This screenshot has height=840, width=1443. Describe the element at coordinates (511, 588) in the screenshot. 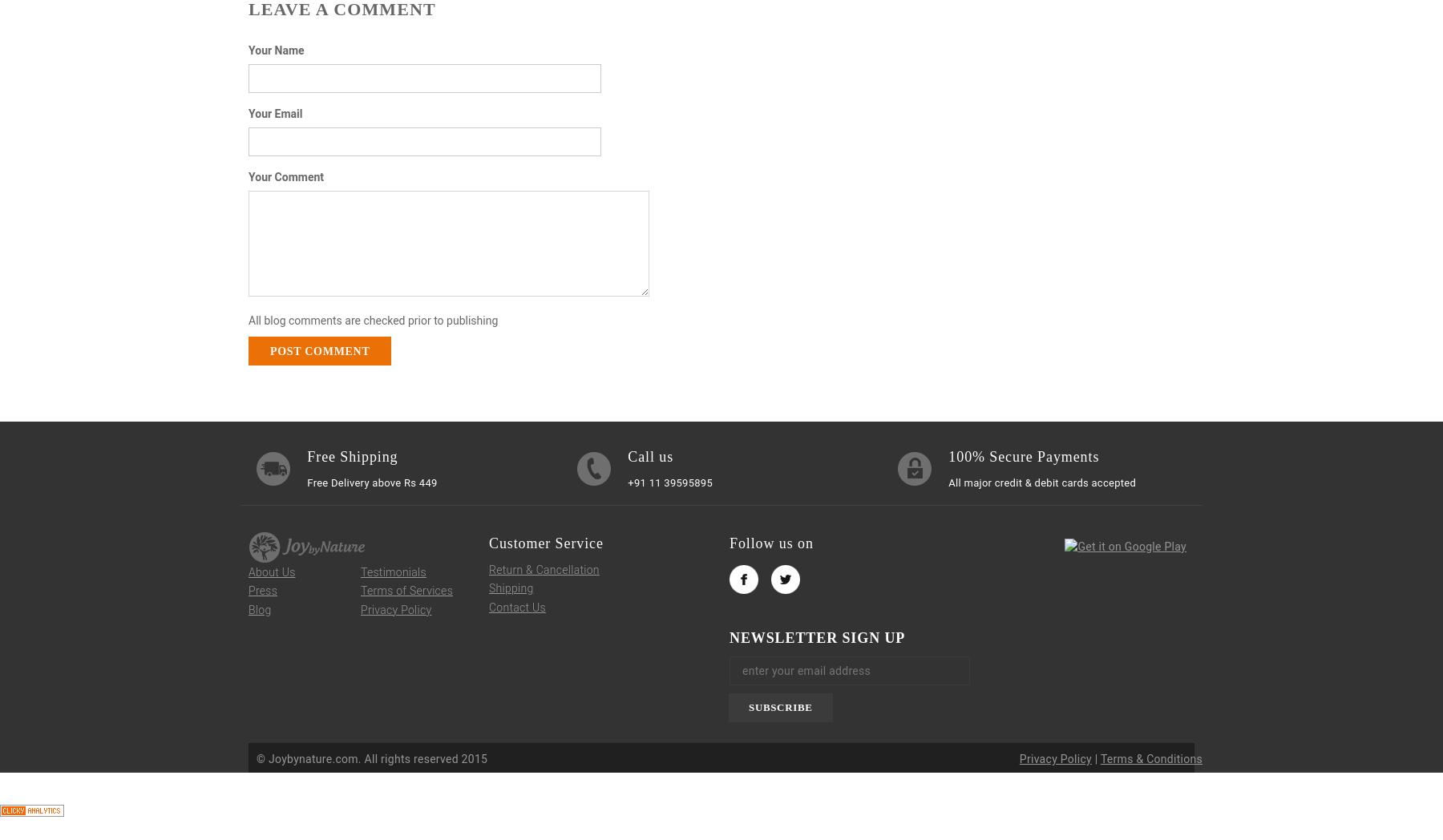

I see `'Shipping'` at that location.